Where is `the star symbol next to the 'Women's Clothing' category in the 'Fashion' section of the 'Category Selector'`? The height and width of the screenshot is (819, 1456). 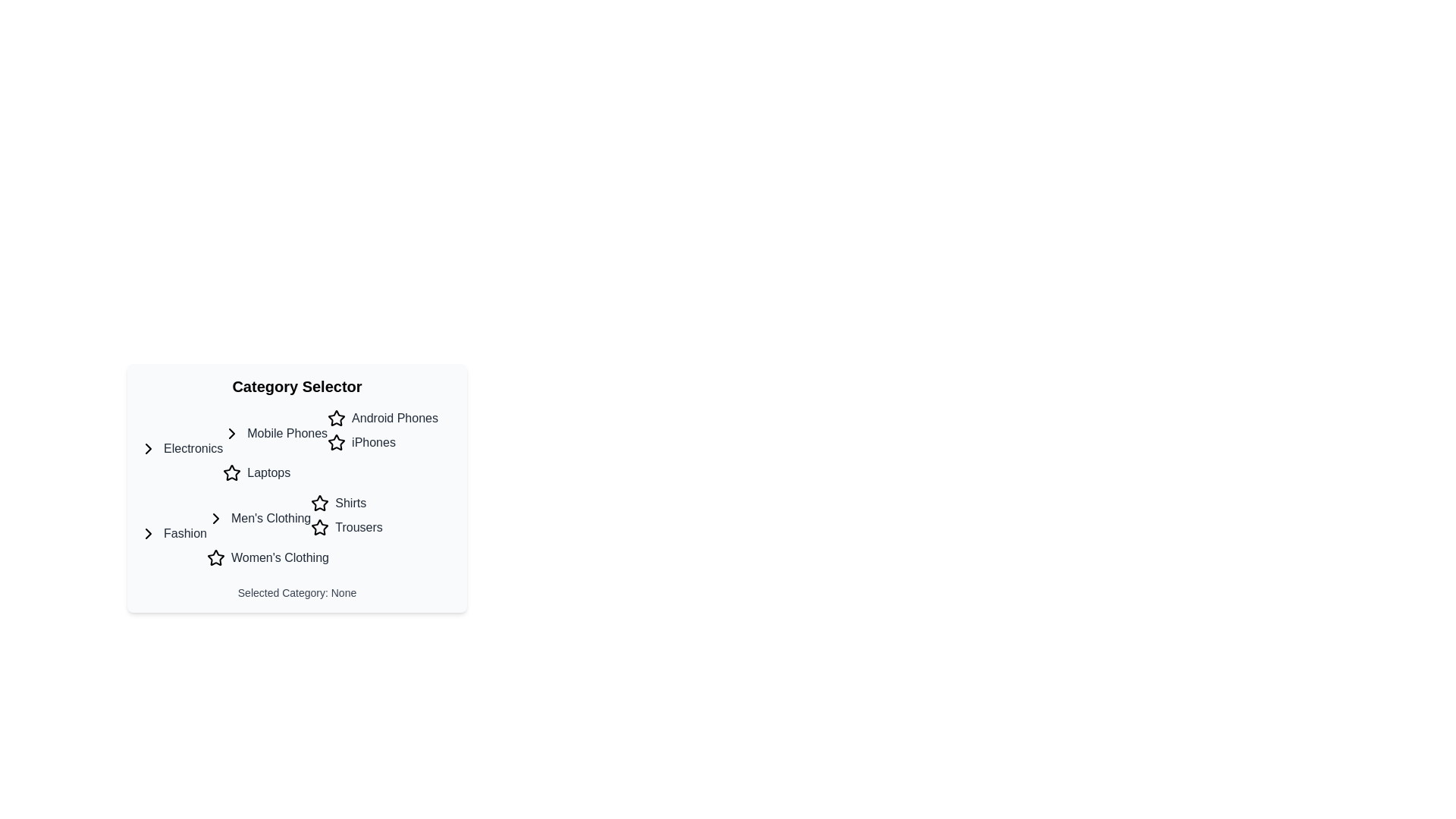 the star symbol next to the 'Women's Clothing' category in the 'Fashion' section of the 'Category Selector' is located at coordinates (215, 557).